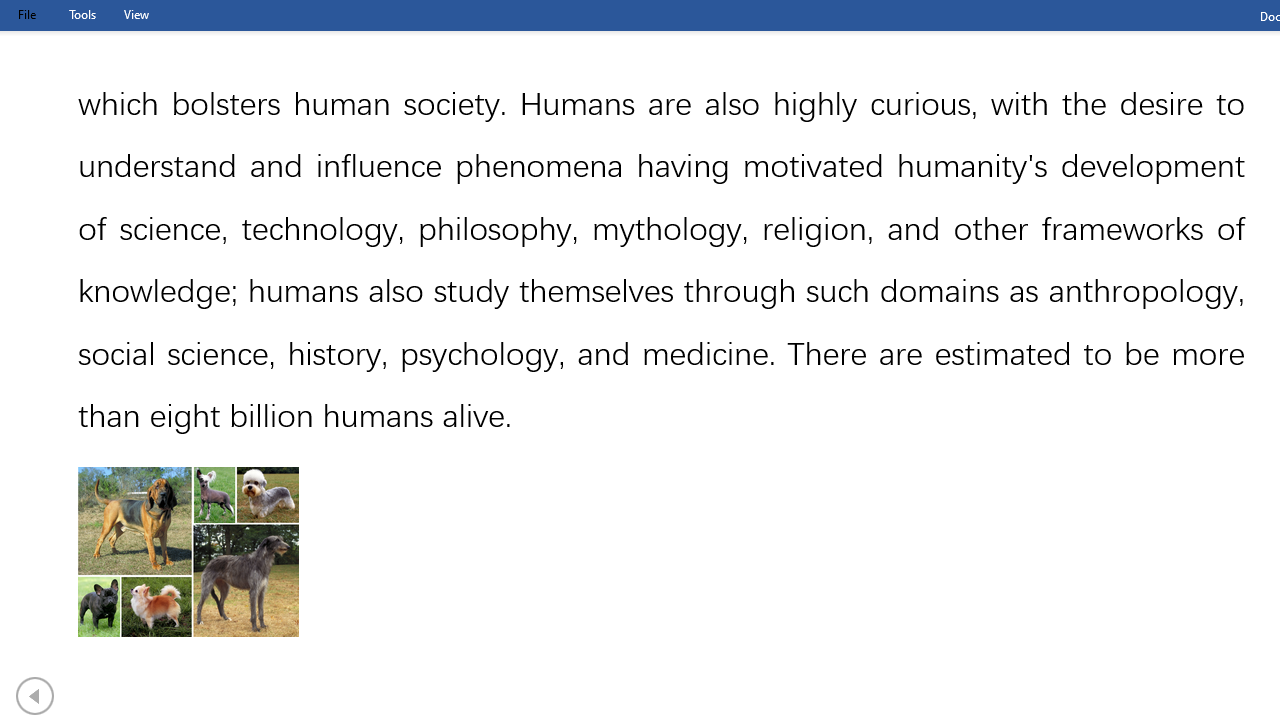 This screenshot has height=720, width=1280. I want to click on 'Morphological variation in six dogs', so click(188, 552).